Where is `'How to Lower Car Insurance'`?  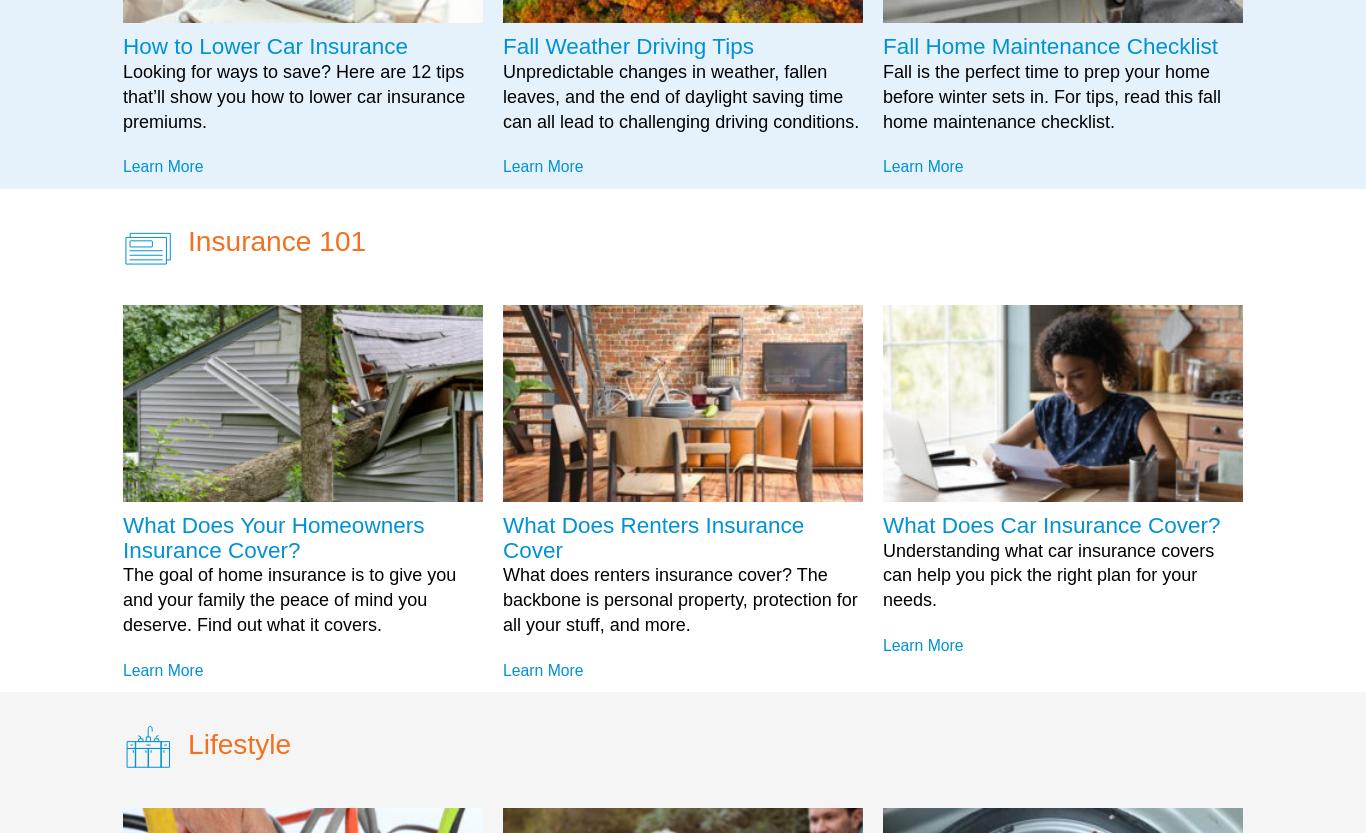
'How to Lower Car Insurance' is located at coordinates (265, 46).